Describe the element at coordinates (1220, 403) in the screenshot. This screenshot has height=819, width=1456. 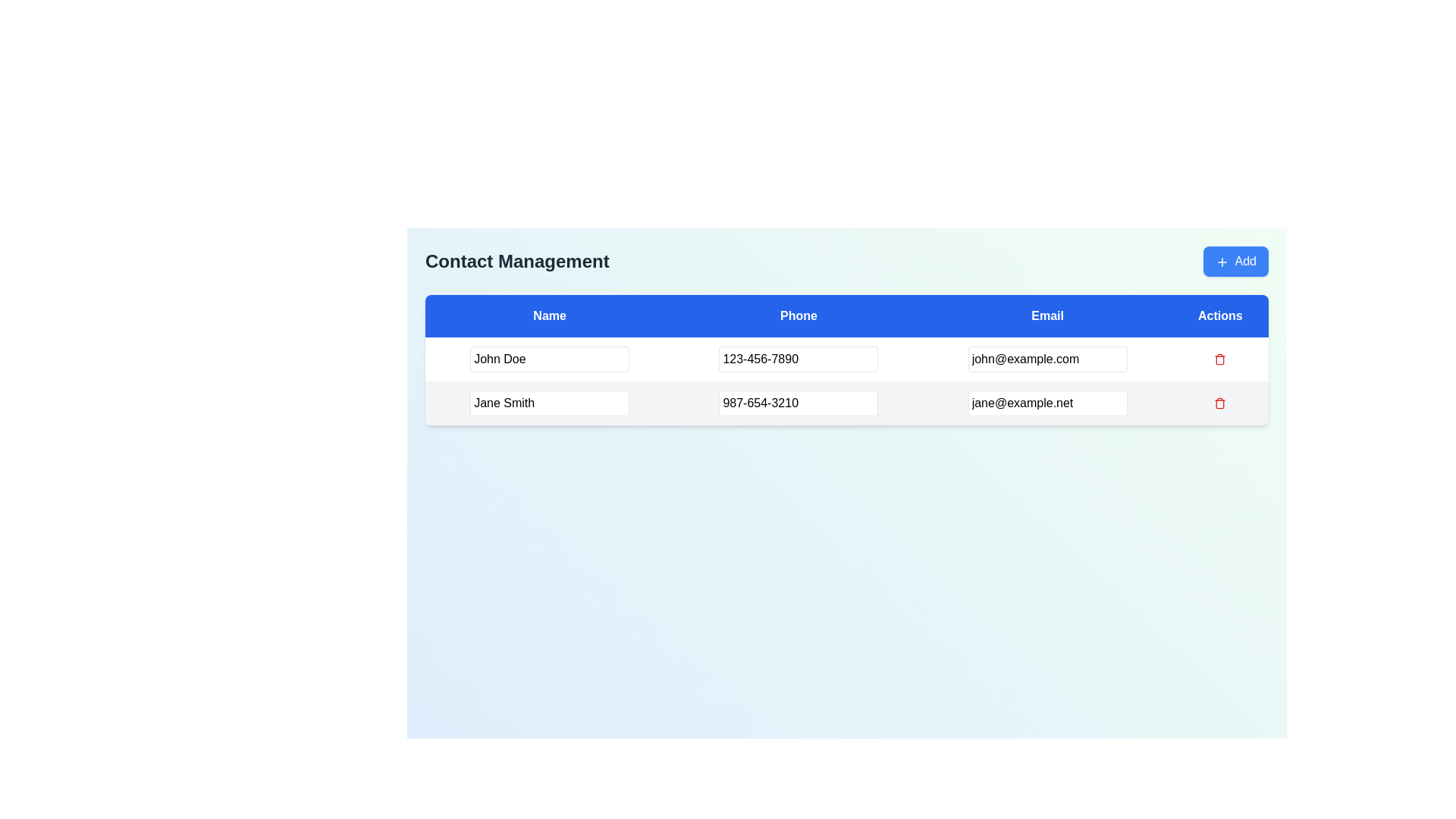
I see `the trash bin icon in the Actions column` at that location.